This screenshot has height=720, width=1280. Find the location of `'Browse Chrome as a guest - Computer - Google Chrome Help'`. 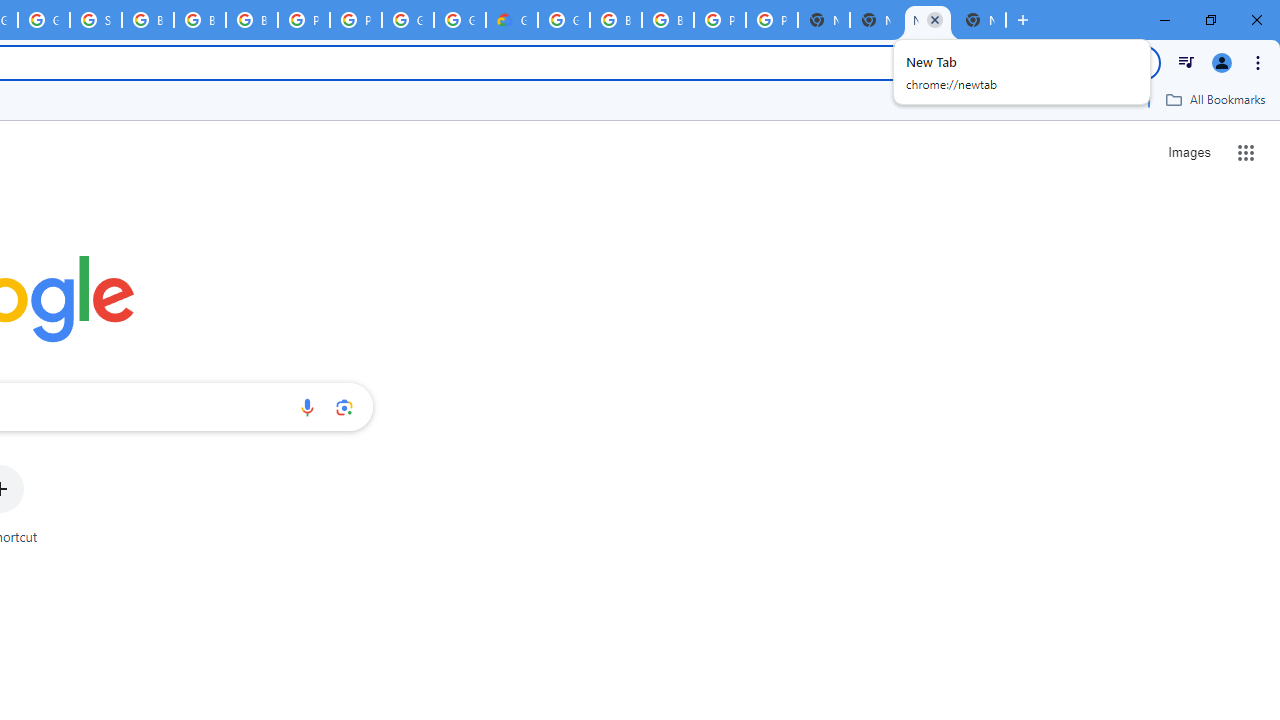

'Browse Chrome as a guest - Computer - Google Chrome Help' is located at coordinates (146, 20).